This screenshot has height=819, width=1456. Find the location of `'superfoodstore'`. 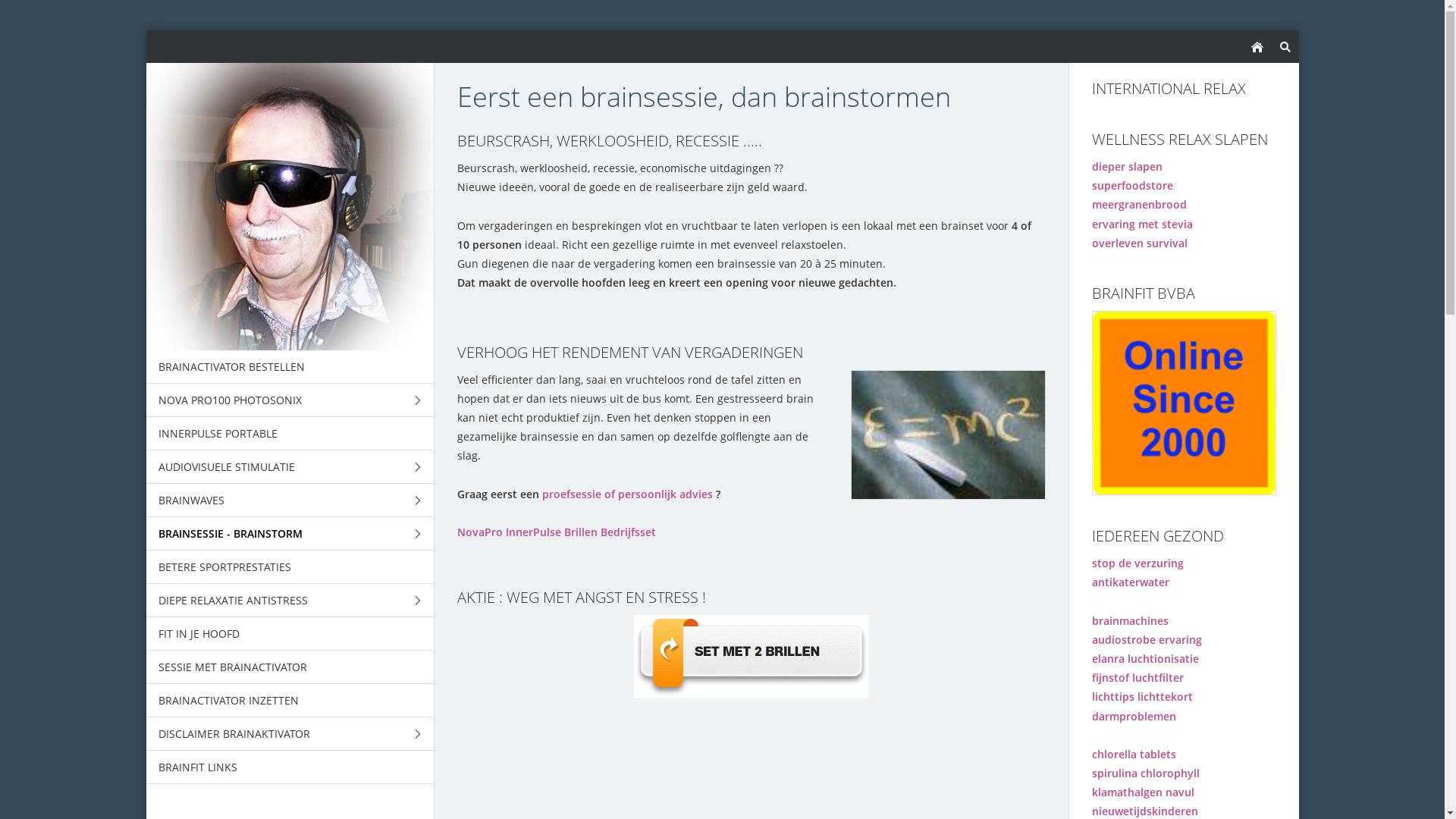

'superfoodstore' is located at coordinates (1132, 184).